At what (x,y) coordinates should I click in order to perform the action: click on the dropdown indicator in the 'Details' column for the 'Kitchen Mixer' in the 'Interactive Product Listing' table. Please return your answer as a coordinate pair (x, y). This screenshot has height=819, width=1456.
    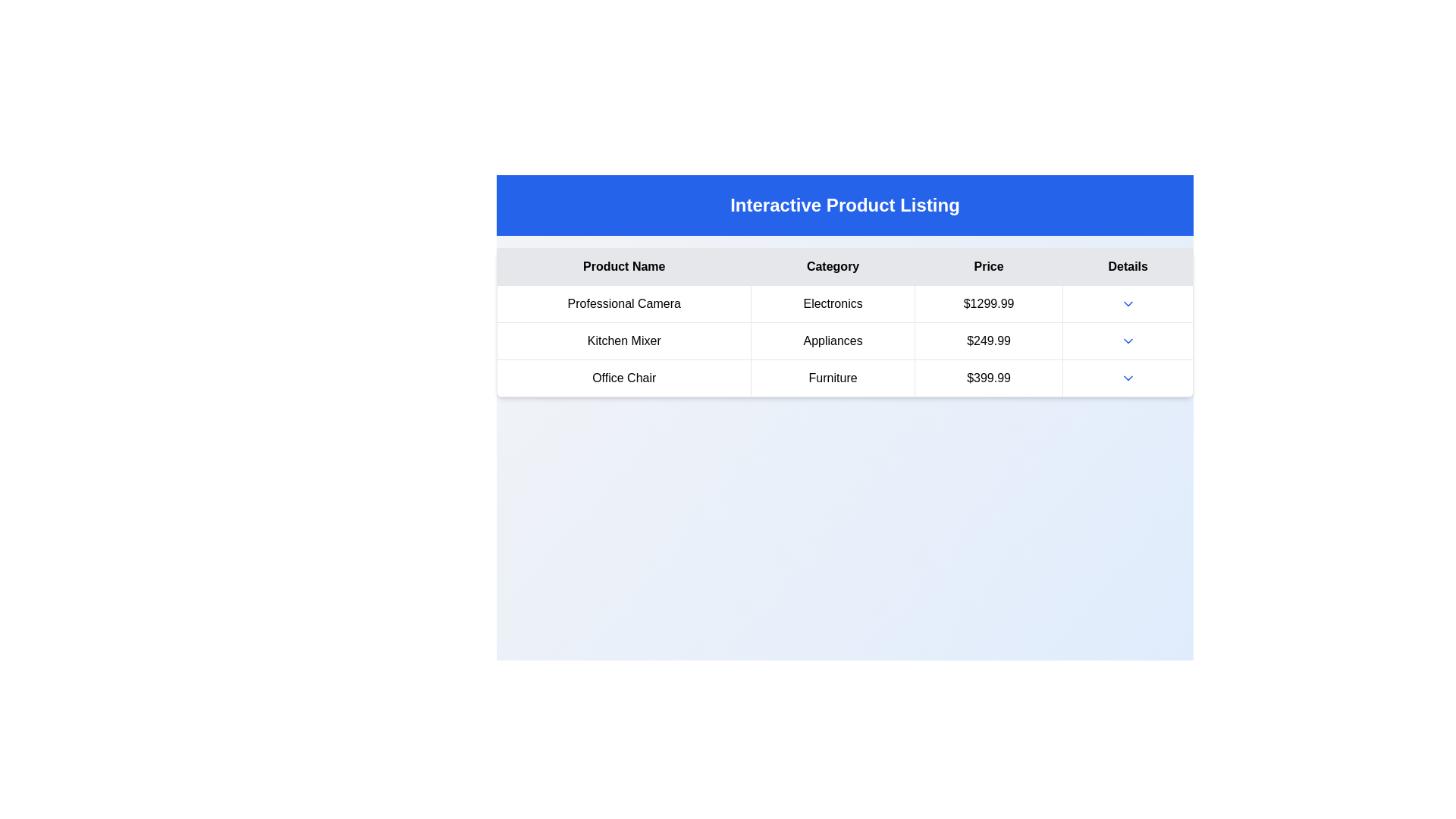
    Looking at the image, I should click on (1128, 341).